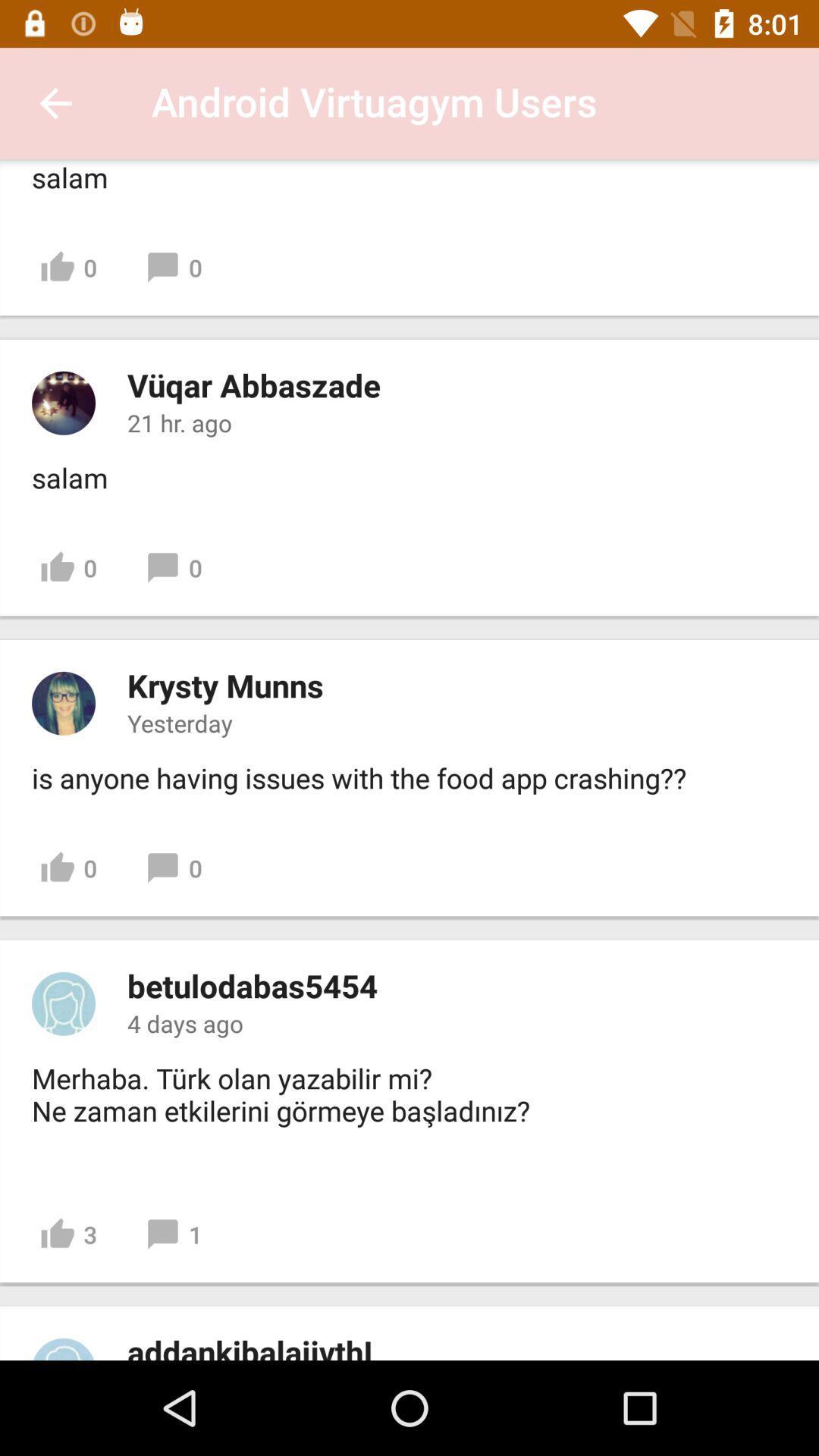 This screenshot has height=1456, width=819. Describe the element at coordinates (285, 1111) in the screenshot. I see `the item below the 4 days ago` at that location.